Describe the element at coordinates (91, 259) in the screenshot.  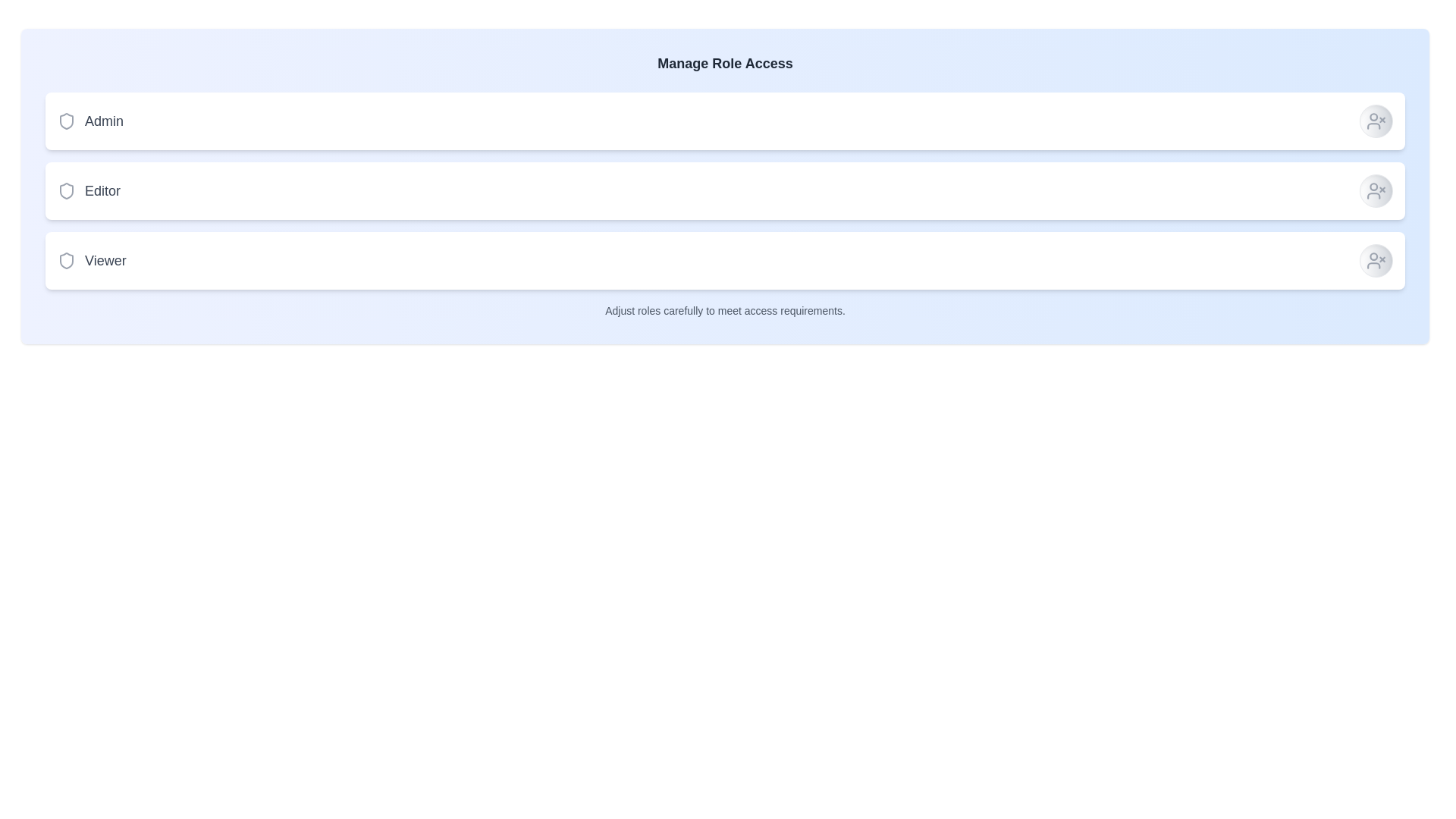
I see `the shield icon in the 'Viewer' role display` at that location.